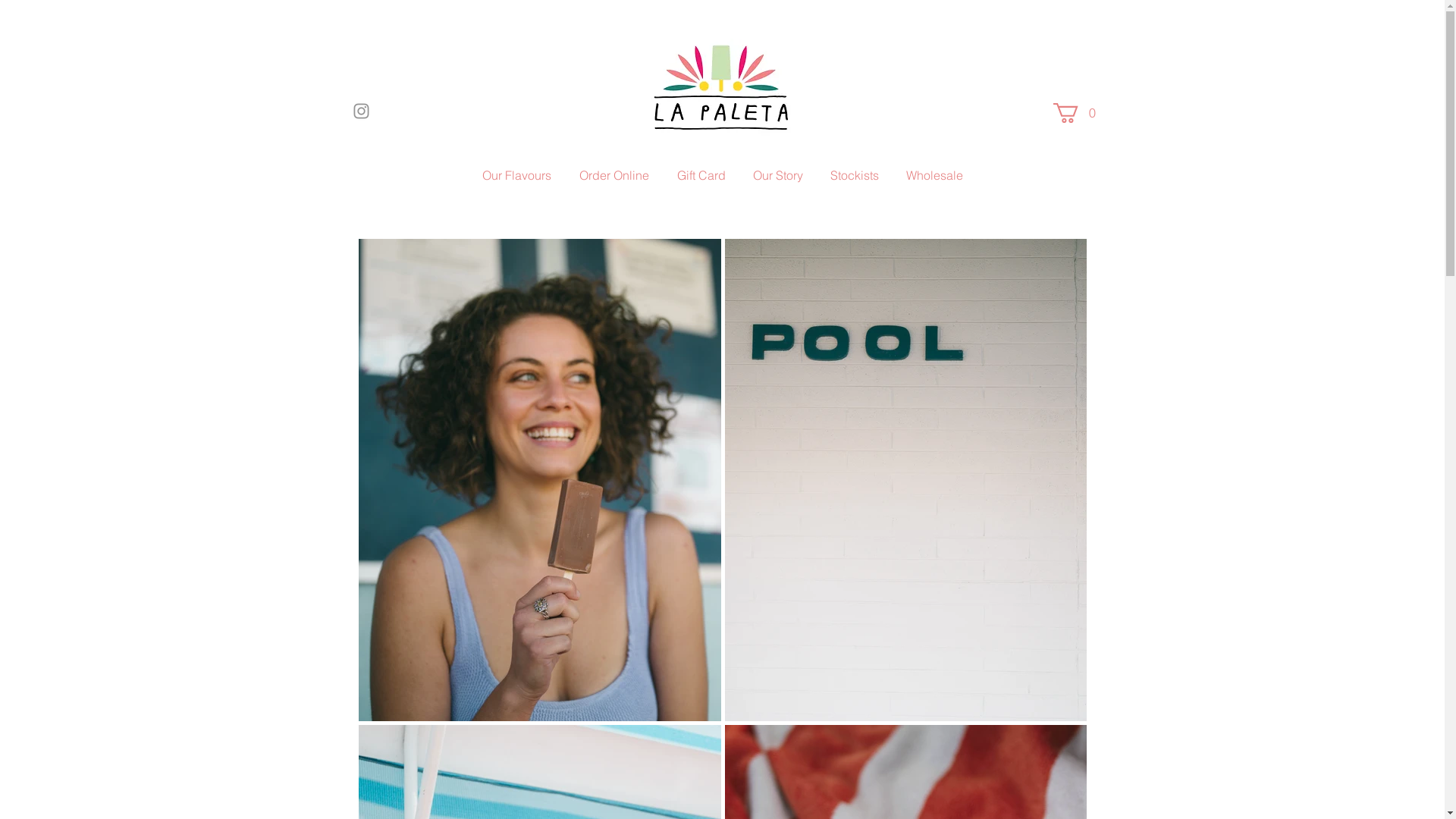  Describe the element at coordinates (934, 174) in the screenshot. I see `'Wholesale'` at that location.